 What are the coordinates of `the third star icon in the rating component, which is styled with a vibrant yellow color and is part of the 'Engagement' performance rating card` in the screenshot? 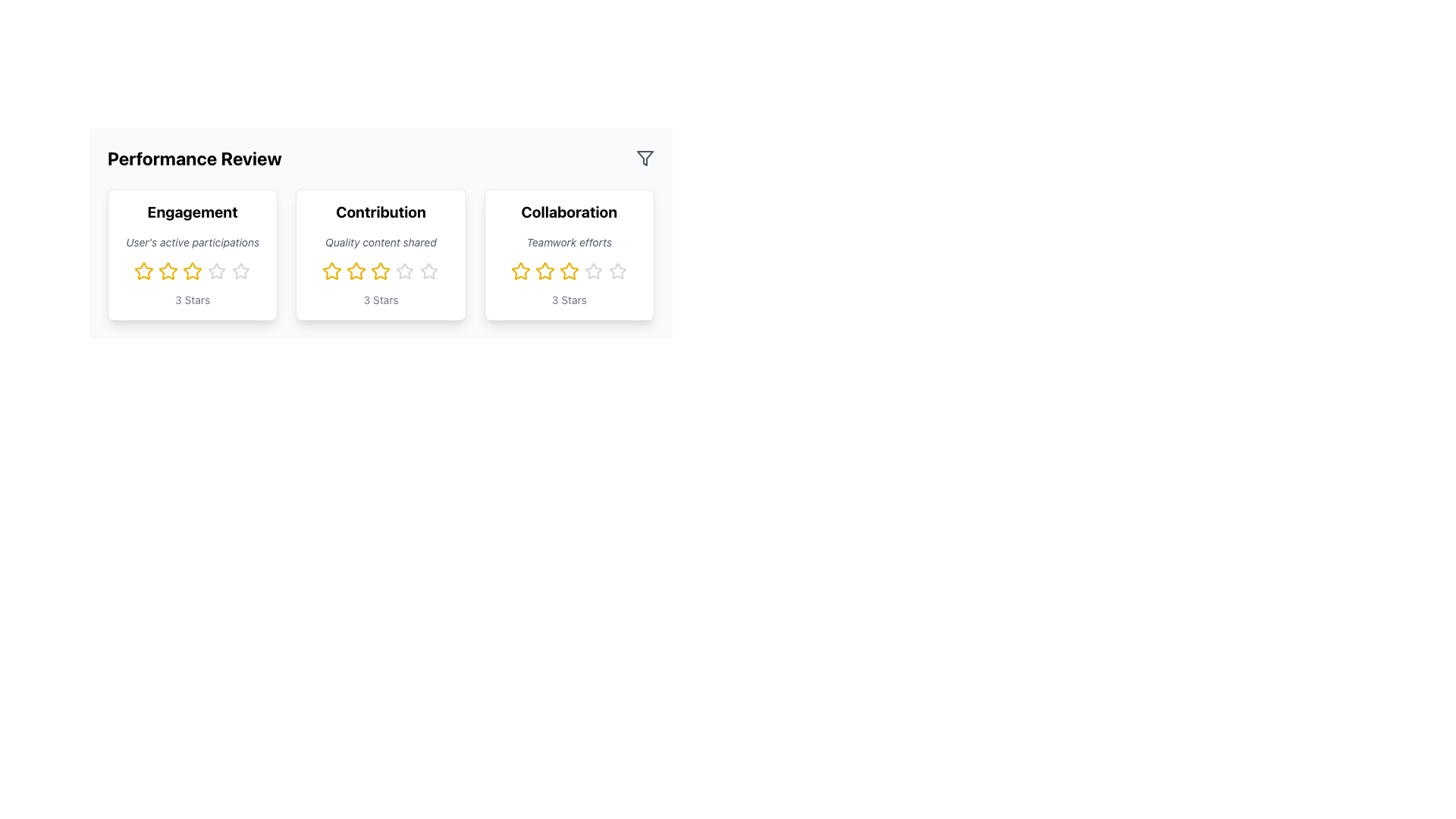 It's located at (168, 271).